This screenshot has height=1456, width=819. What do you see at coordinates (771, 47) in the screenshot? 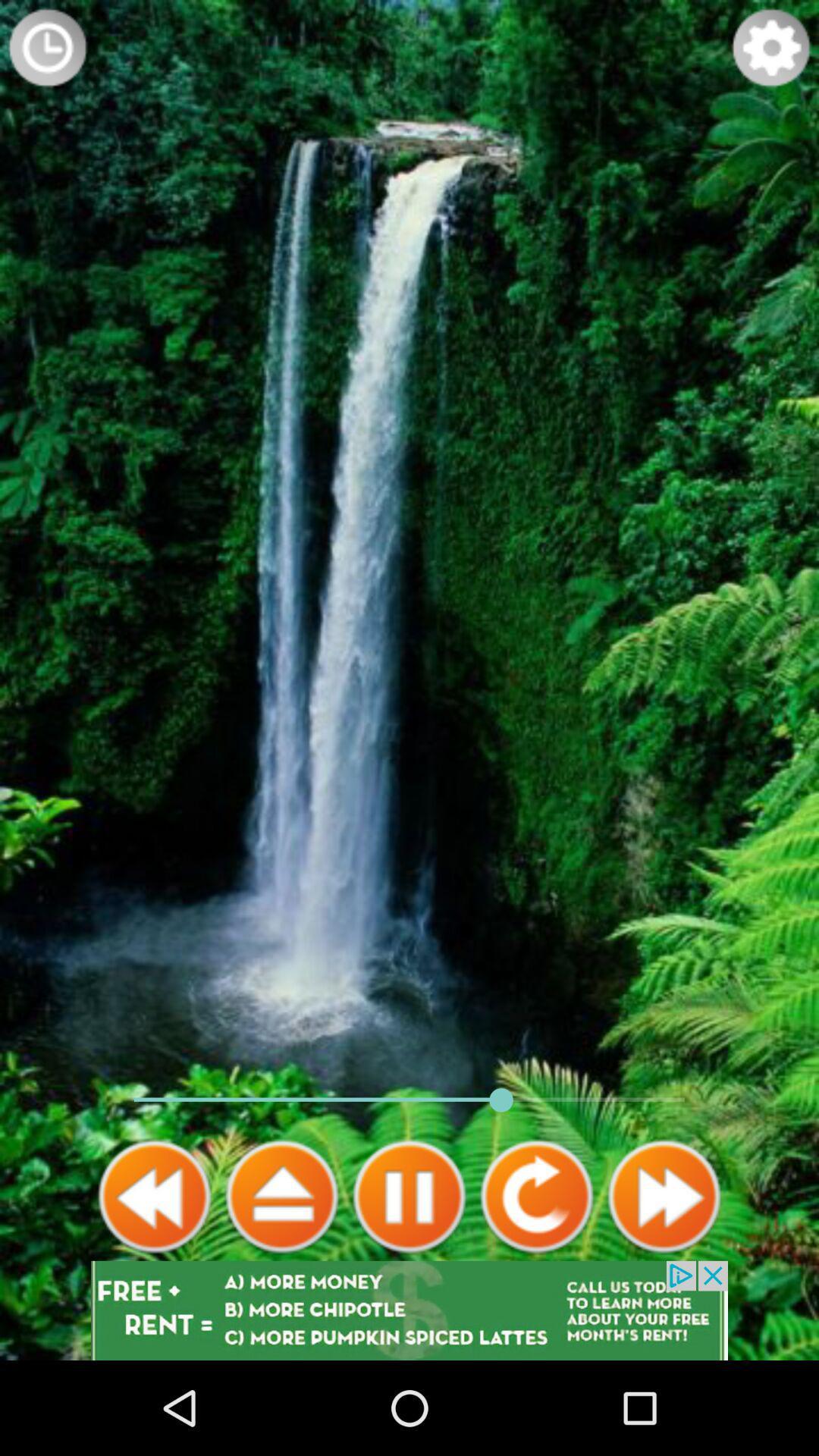
I see `open settings` at bounding box center [771, 47].